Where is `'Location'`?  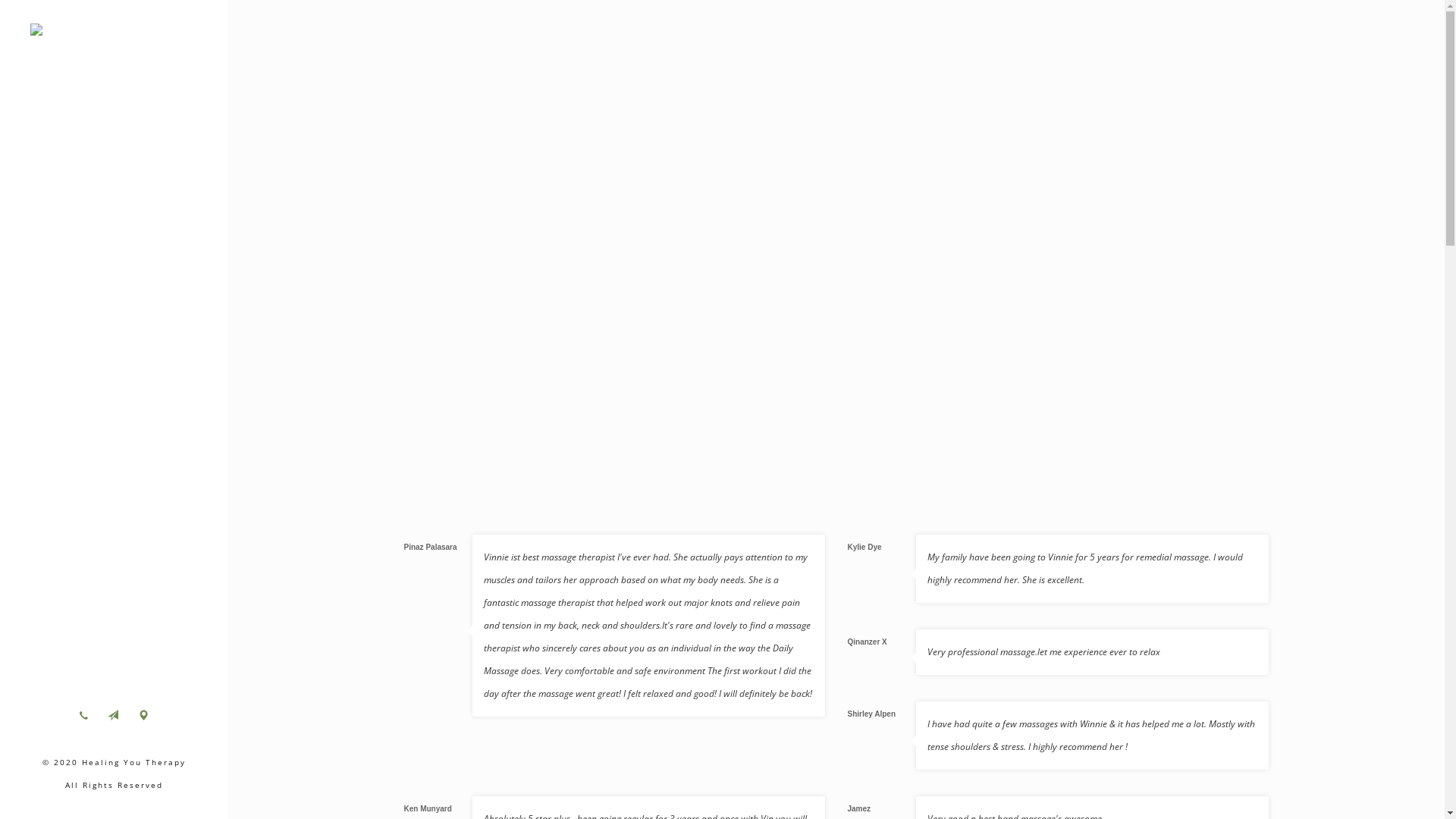 'Location' is located at coordinates (143, 714).